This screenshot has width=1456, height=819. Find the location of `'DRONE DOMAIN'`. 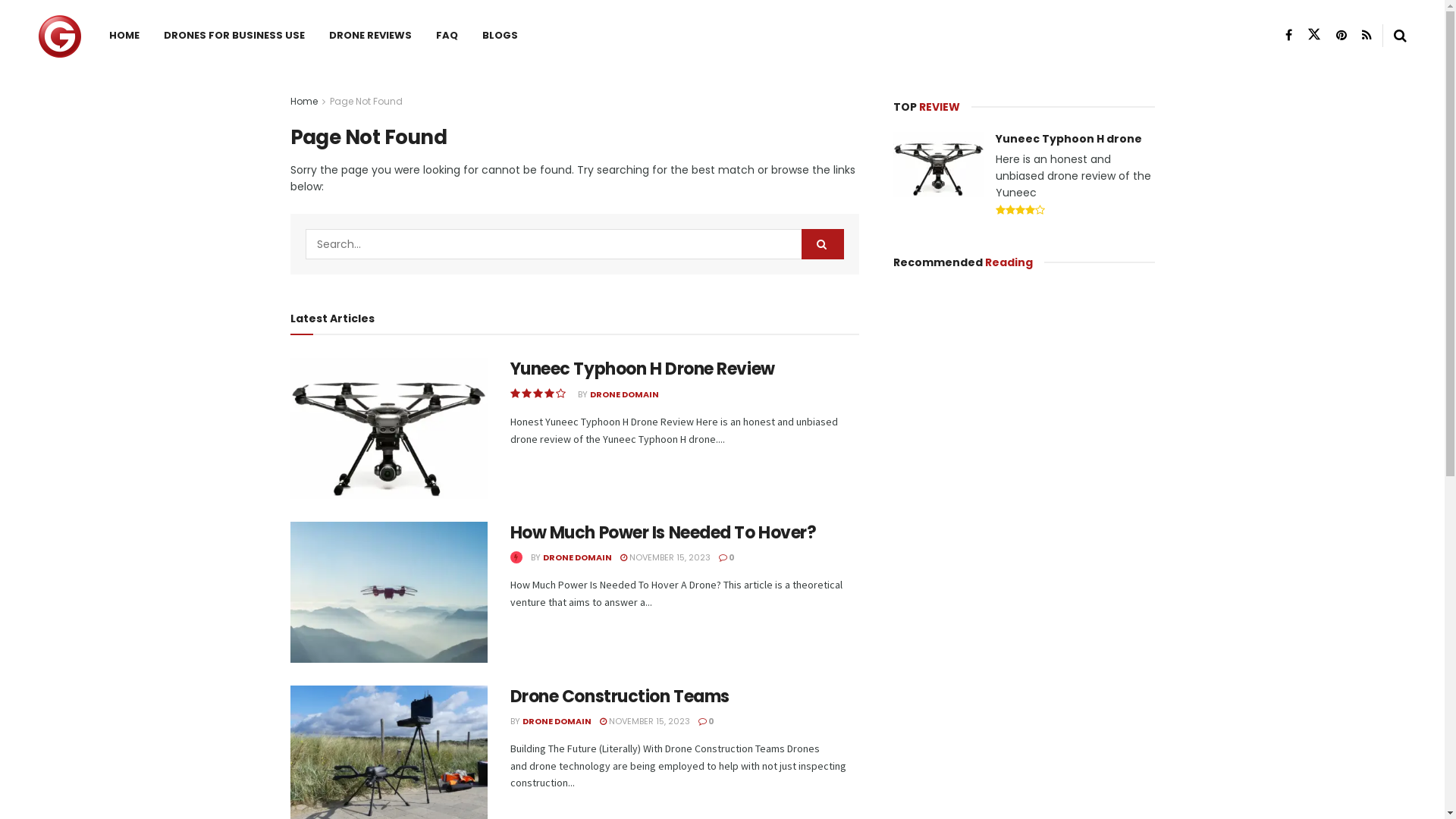

'DRONE DOMAIN' is located at coordinates (588, 394).